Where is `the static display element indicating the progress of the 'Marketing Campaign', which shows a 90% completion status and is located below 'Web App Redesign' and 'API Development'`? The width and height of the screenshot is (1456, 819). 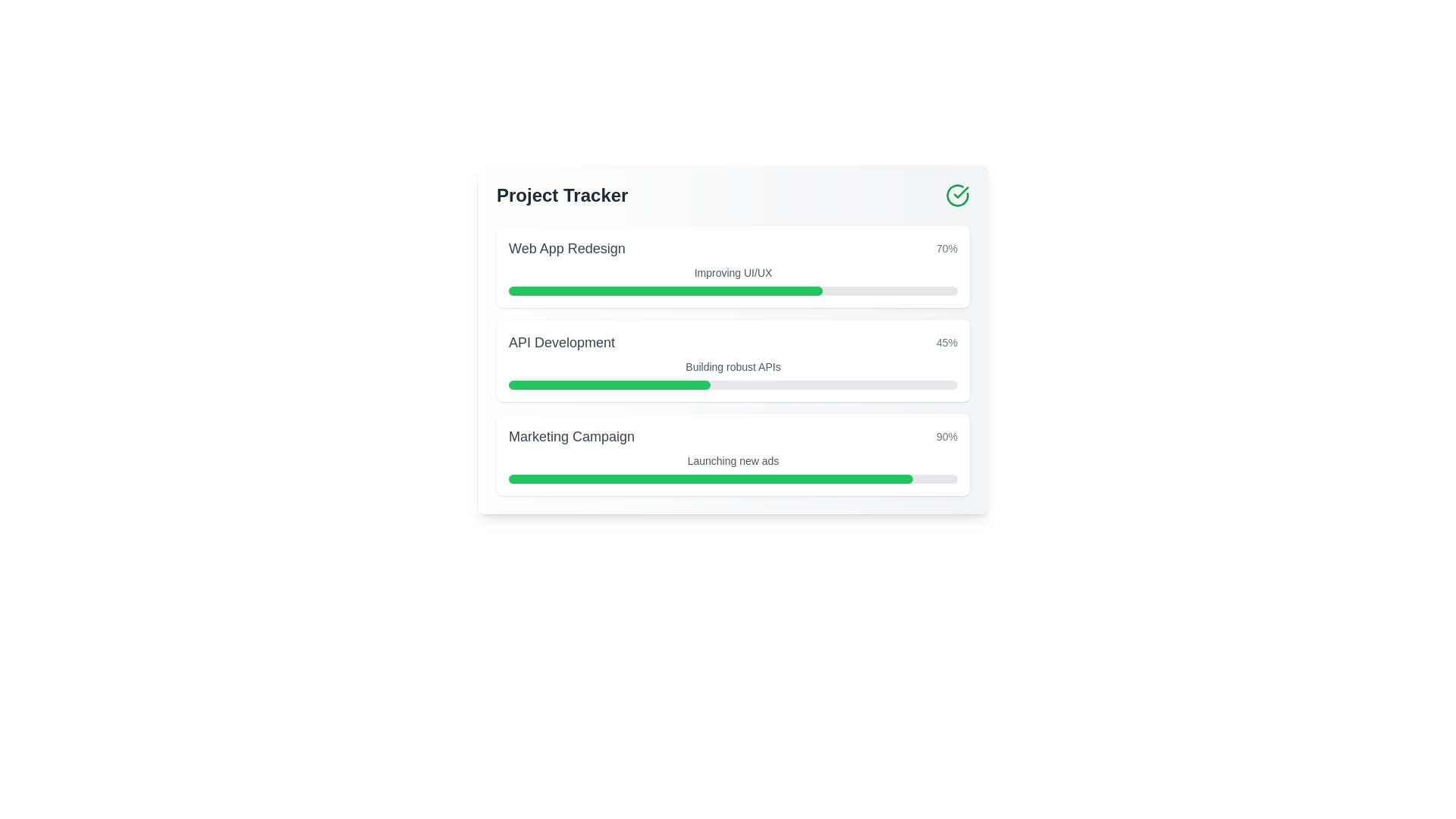
the static display element indicating the progress of the 'Marketing Campaign', which shows a 90% completion status and is located below 'Web App Redesign' and 'API Development' is located at coordinates (733, 436).